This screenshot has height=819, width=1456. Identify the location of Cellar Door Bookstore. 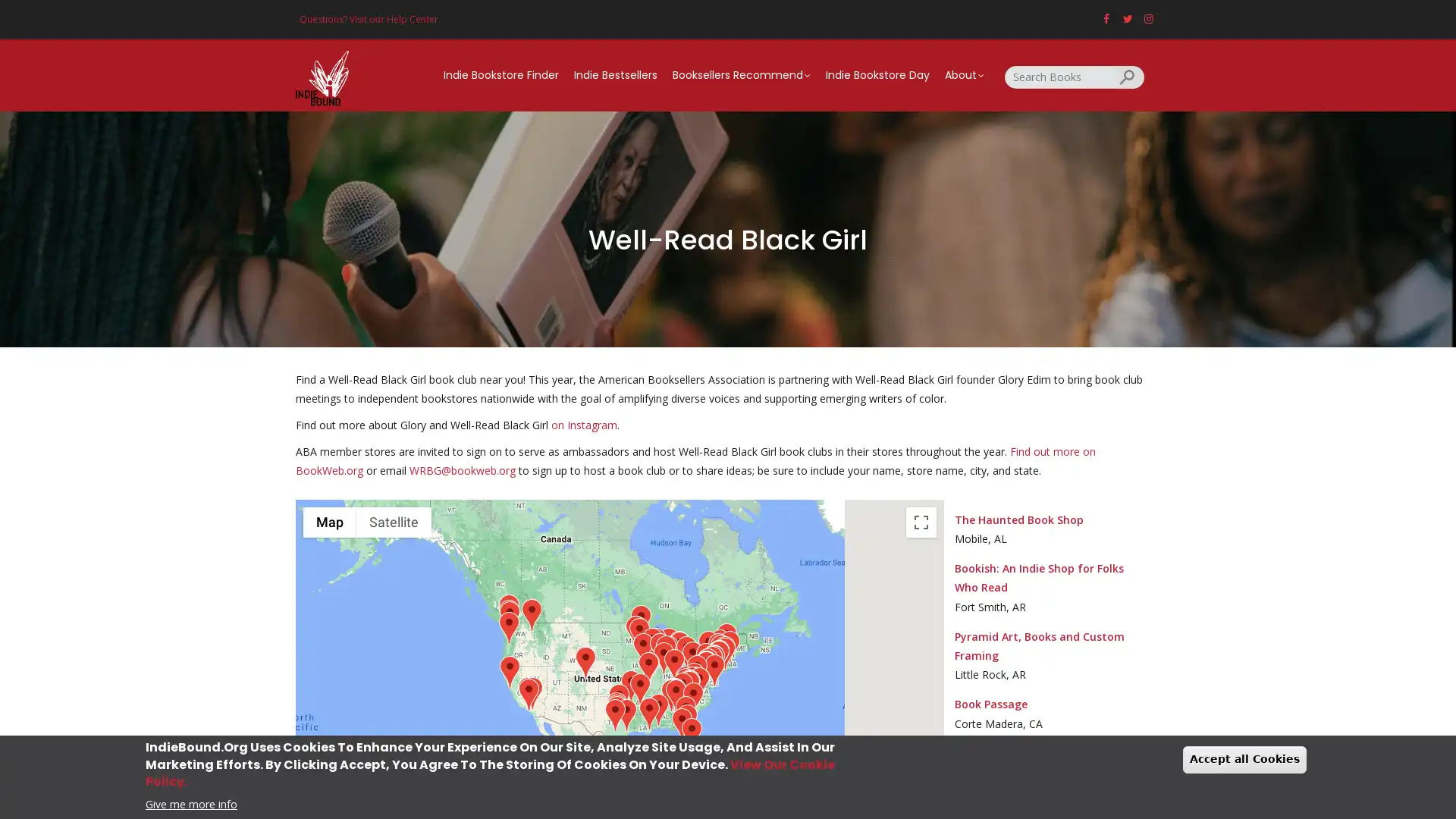
(532, 692).